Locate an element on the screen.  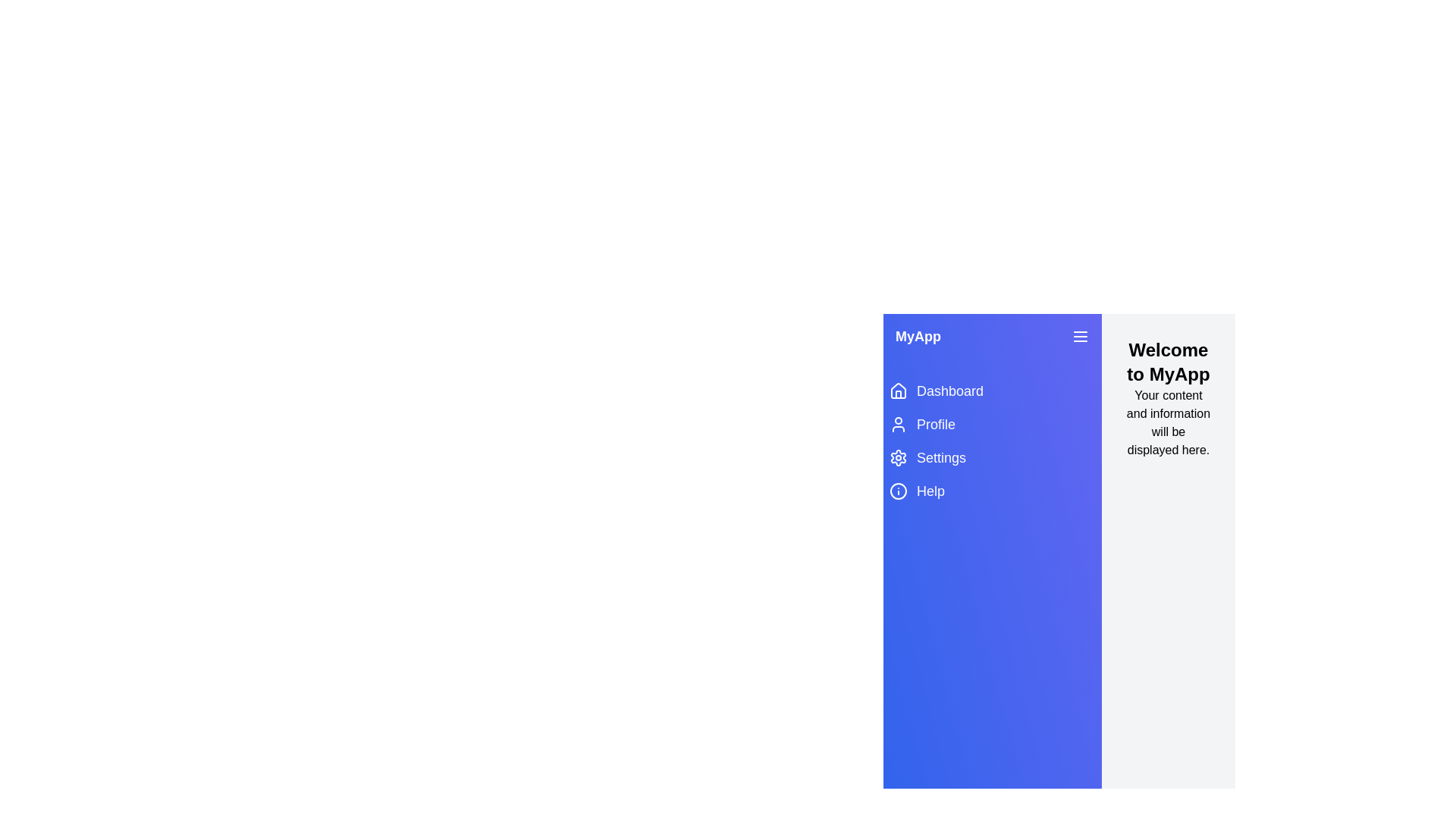
the menu item labeled Profile is located at coordinates (993, 424).